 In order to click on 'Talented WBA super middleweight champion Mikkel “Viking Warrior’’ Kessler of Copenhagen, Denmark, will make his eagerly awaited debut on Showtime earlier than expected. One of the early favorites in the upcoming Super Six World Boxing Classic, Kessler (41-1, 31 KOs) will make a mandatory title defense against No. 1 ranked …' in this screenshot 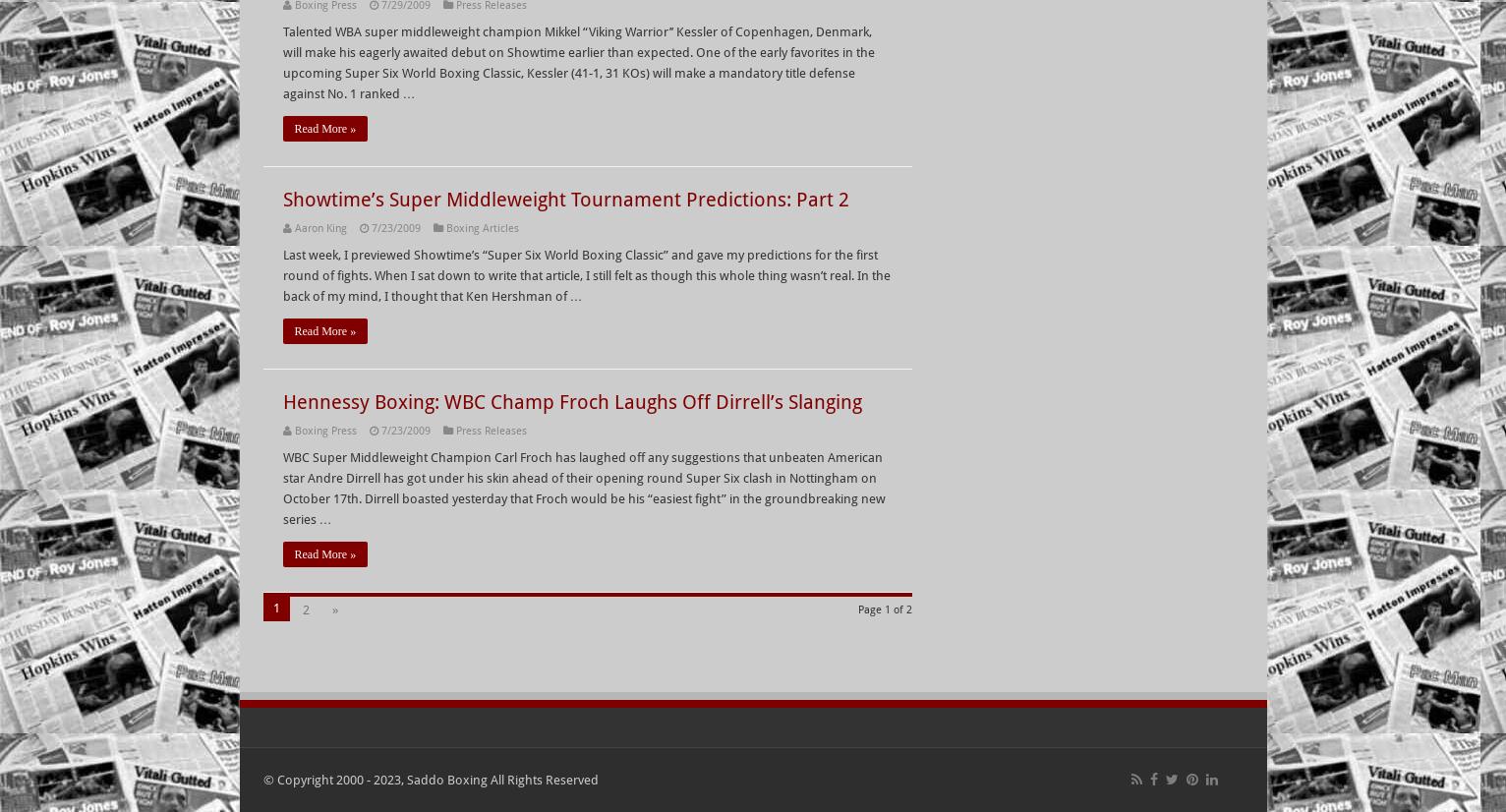, I will do `click(577, 63)`.